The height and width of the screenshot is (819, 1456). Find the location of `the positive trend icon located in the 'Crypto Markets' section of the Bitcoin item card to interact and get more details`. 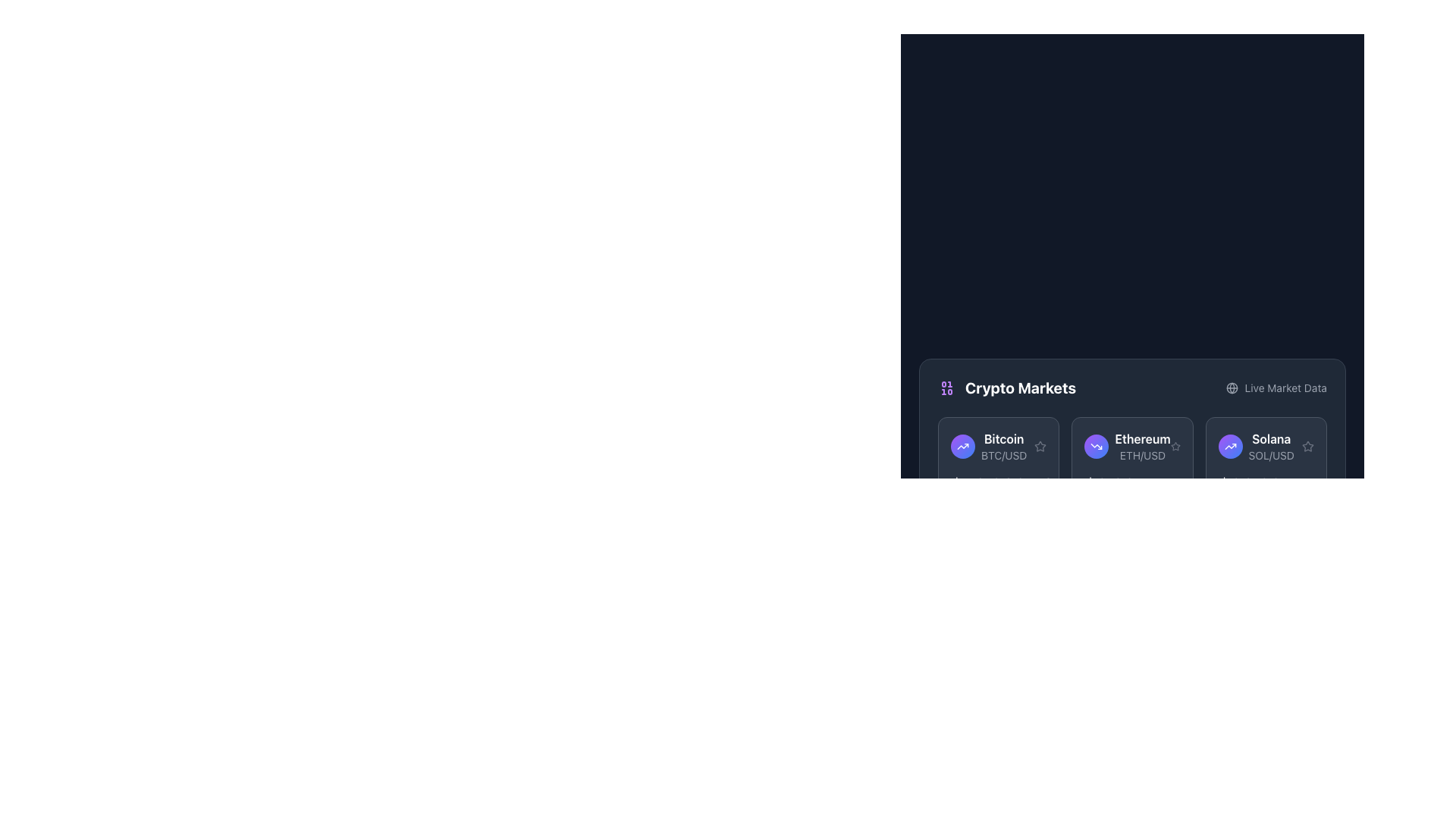

the positive trend icon located in the 'Crypto Markets' section of the Bitcoin item card to interact and get more details is located at coordinates (1230, 446).